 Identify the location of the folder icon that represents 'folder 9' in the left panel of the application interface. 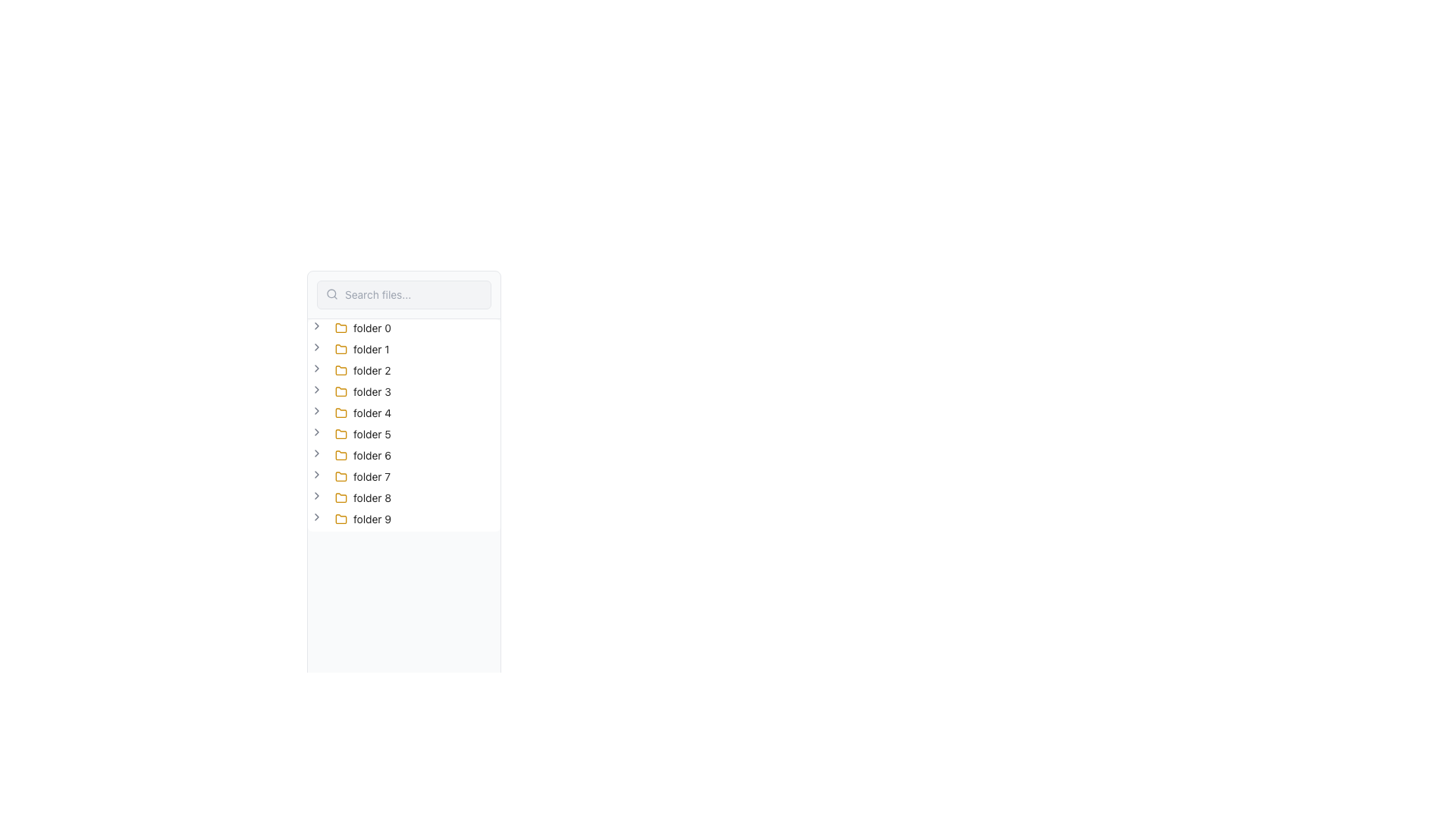
(340, 519).